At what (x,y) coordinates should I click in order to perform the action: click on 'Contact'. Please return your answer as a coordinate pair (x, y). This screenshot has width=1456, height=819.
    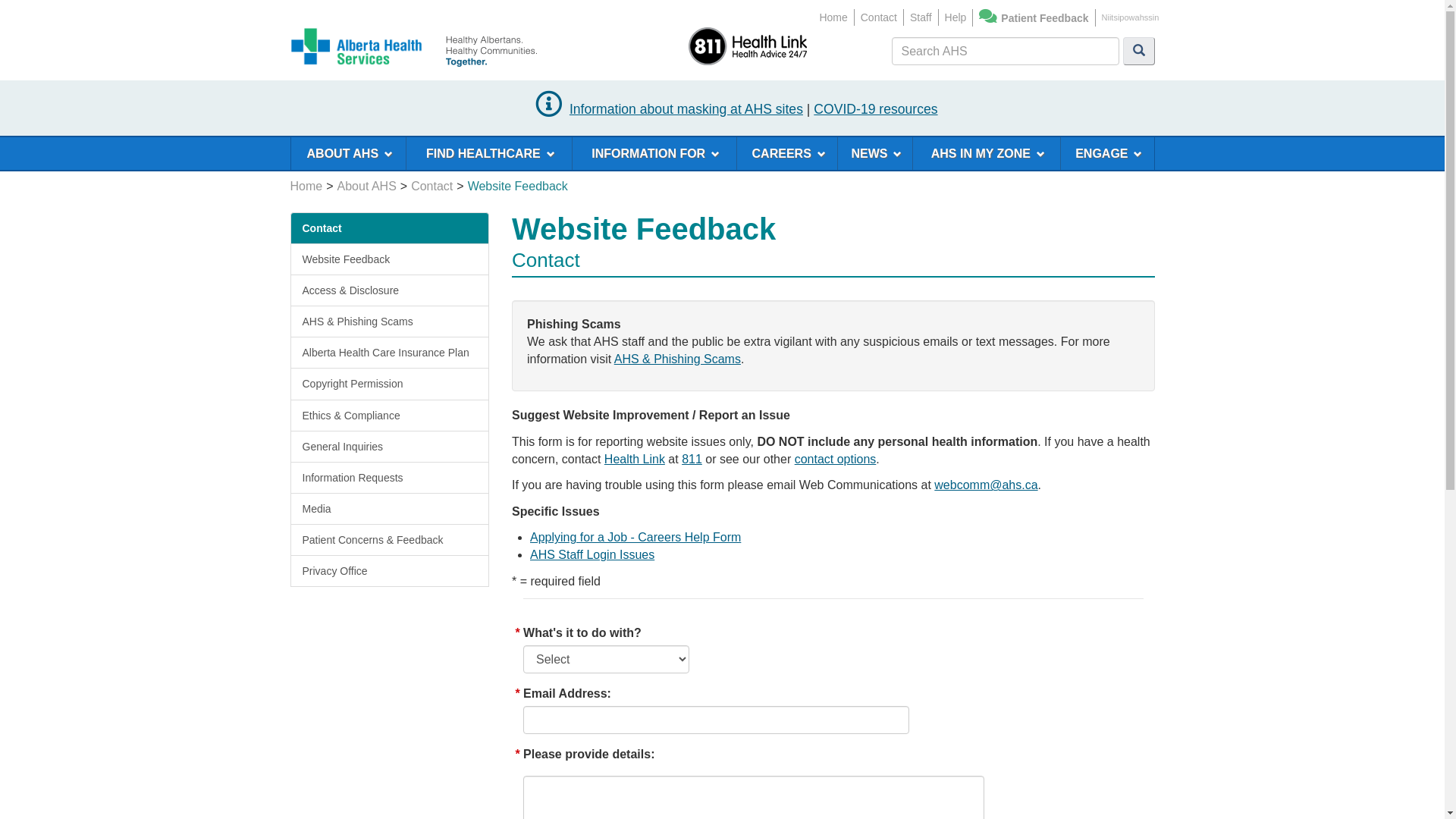
    Looking at the image, I should click on (320, 227).